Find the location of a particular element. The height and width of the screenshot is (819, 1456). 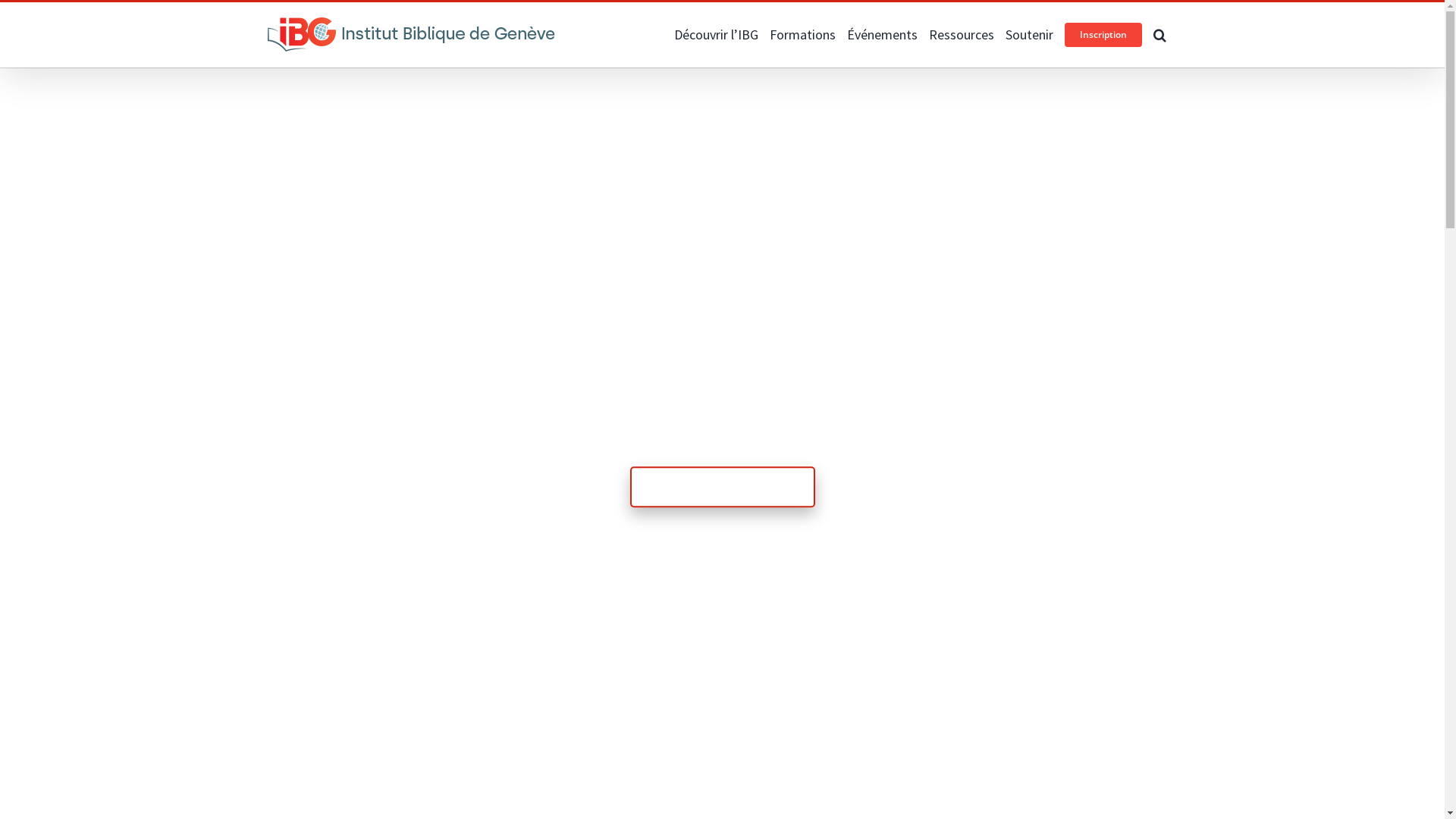

'Email' is located at coordinates (320, 17).